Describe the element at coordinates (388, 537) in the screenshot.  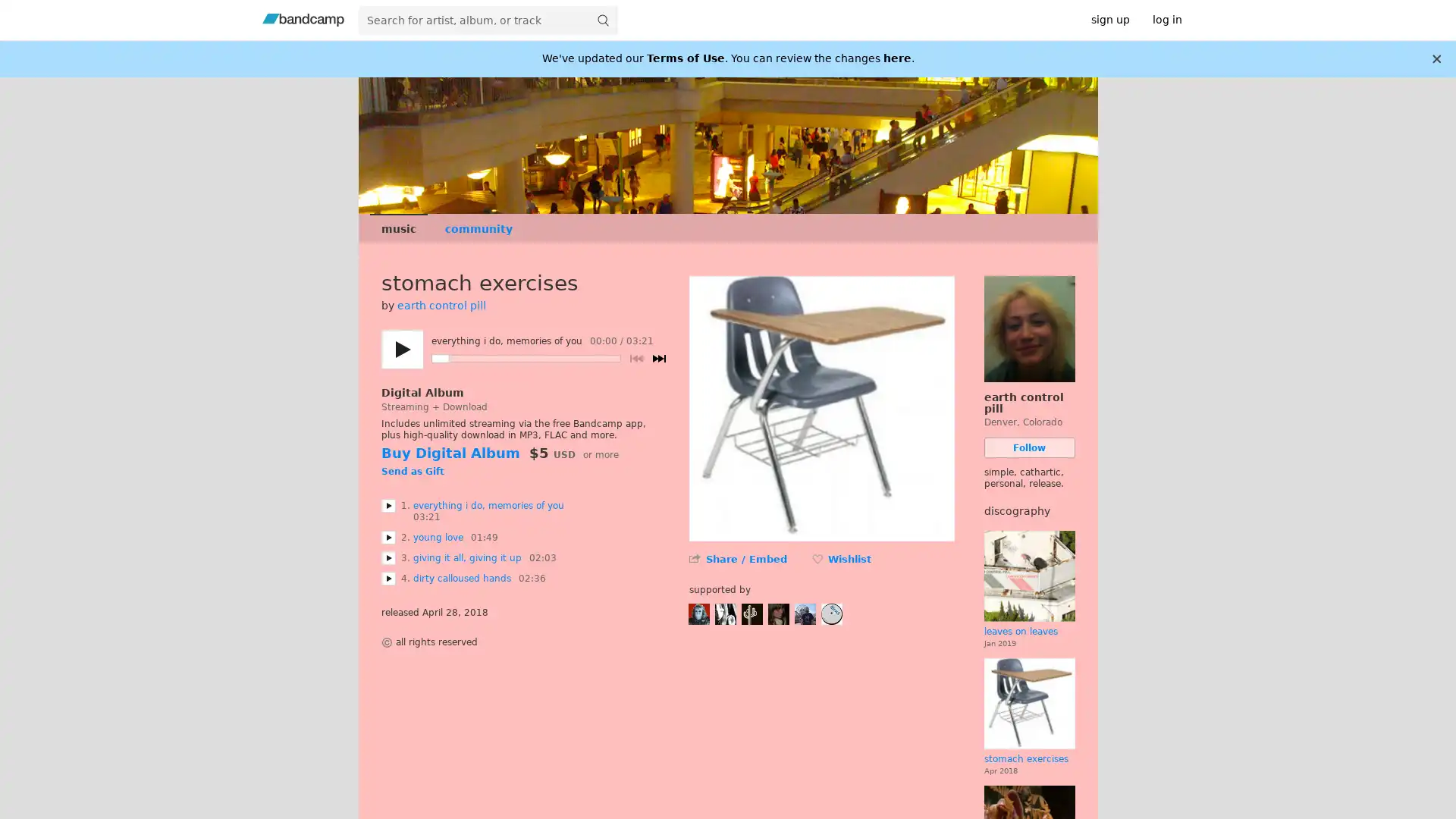
I see `Play young love` at that location.